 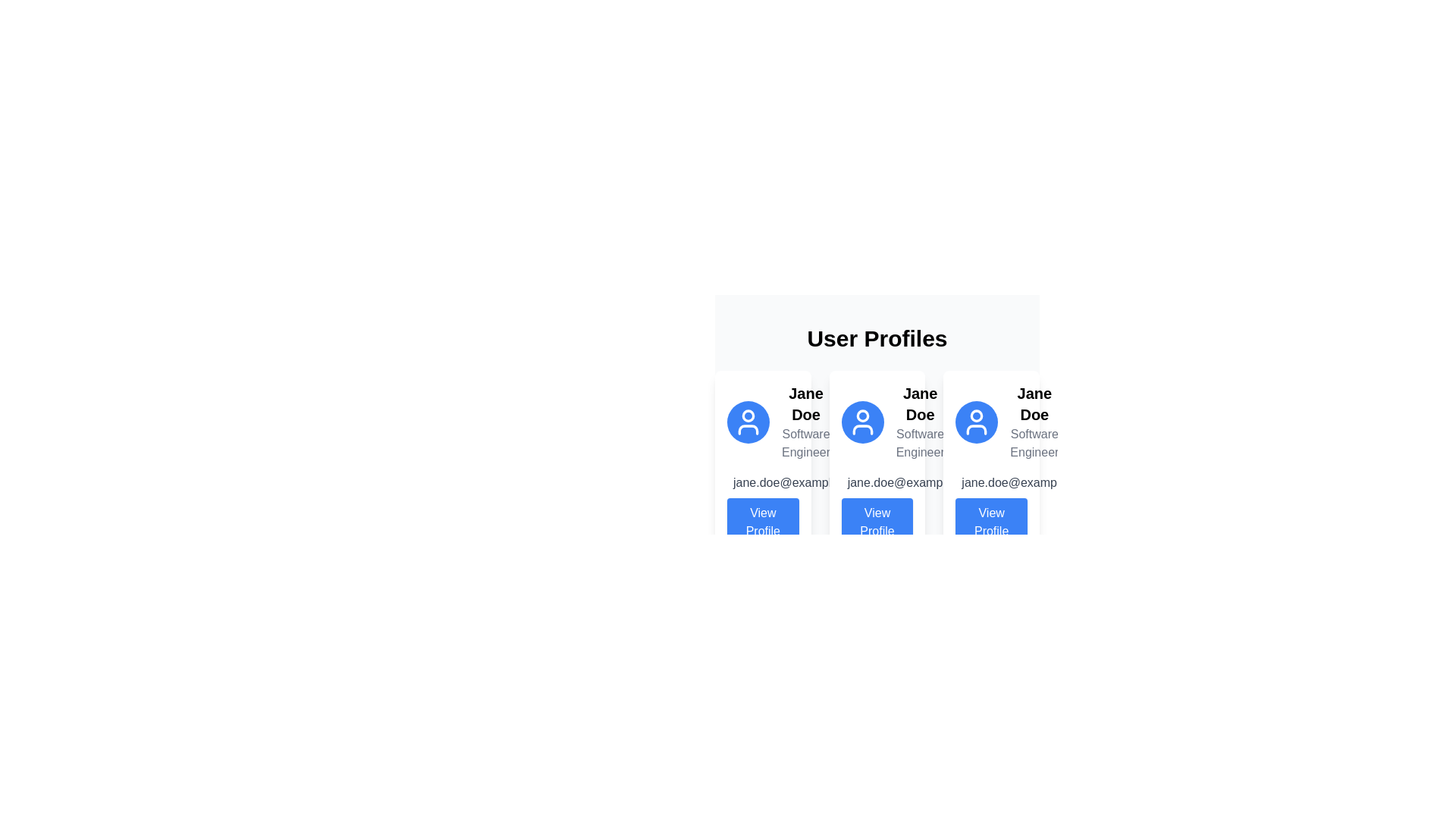 What do you see at coordinates (805, 444) in the screenshot?
I see `the text label indicating the professional designation of the individual in the user profile, which is located below the name 'Jane Doe' and horizontally centered within the profile frame` at bounding box center [805, 444].